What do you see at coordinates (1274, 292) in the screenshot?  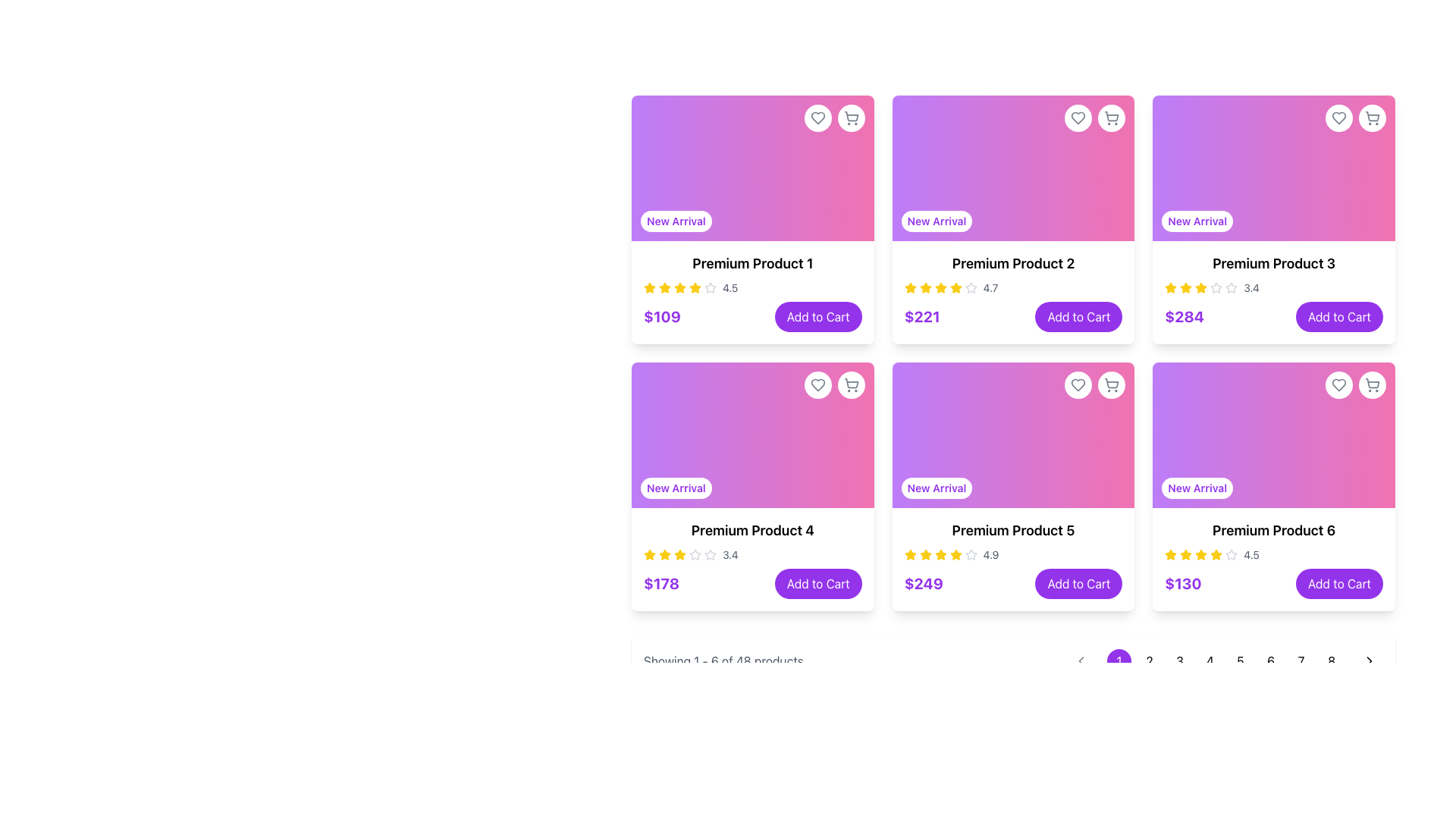 I see `the Product Description Card located in the top right corner of the grid layout` at bounding box center [1274, 292].